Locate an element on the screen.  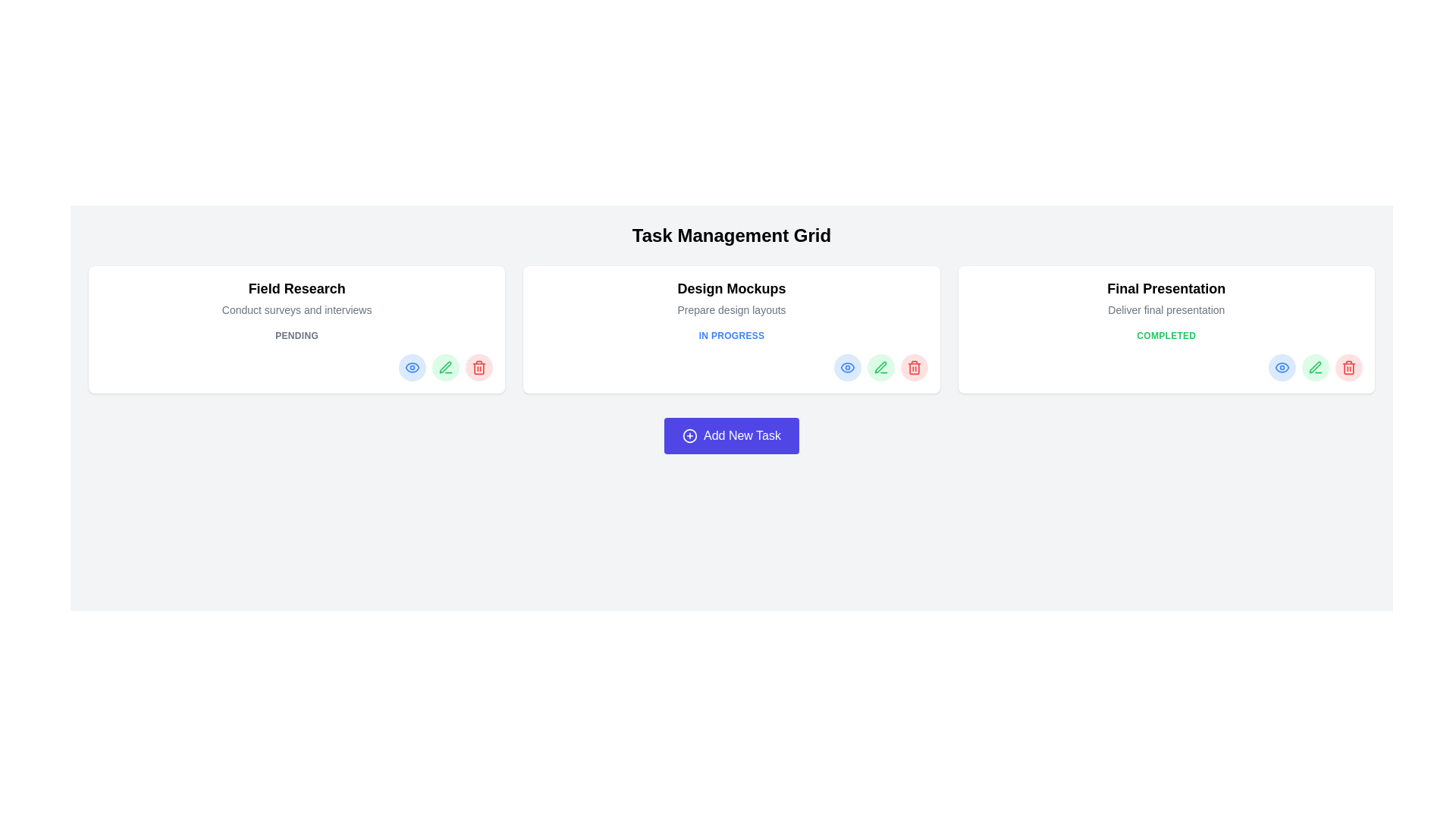
the entire 'eye' icon group located within the 'Design Mockups' card, specifically targeting the outer oval of the eye shape is located at coordinates (846, 368).